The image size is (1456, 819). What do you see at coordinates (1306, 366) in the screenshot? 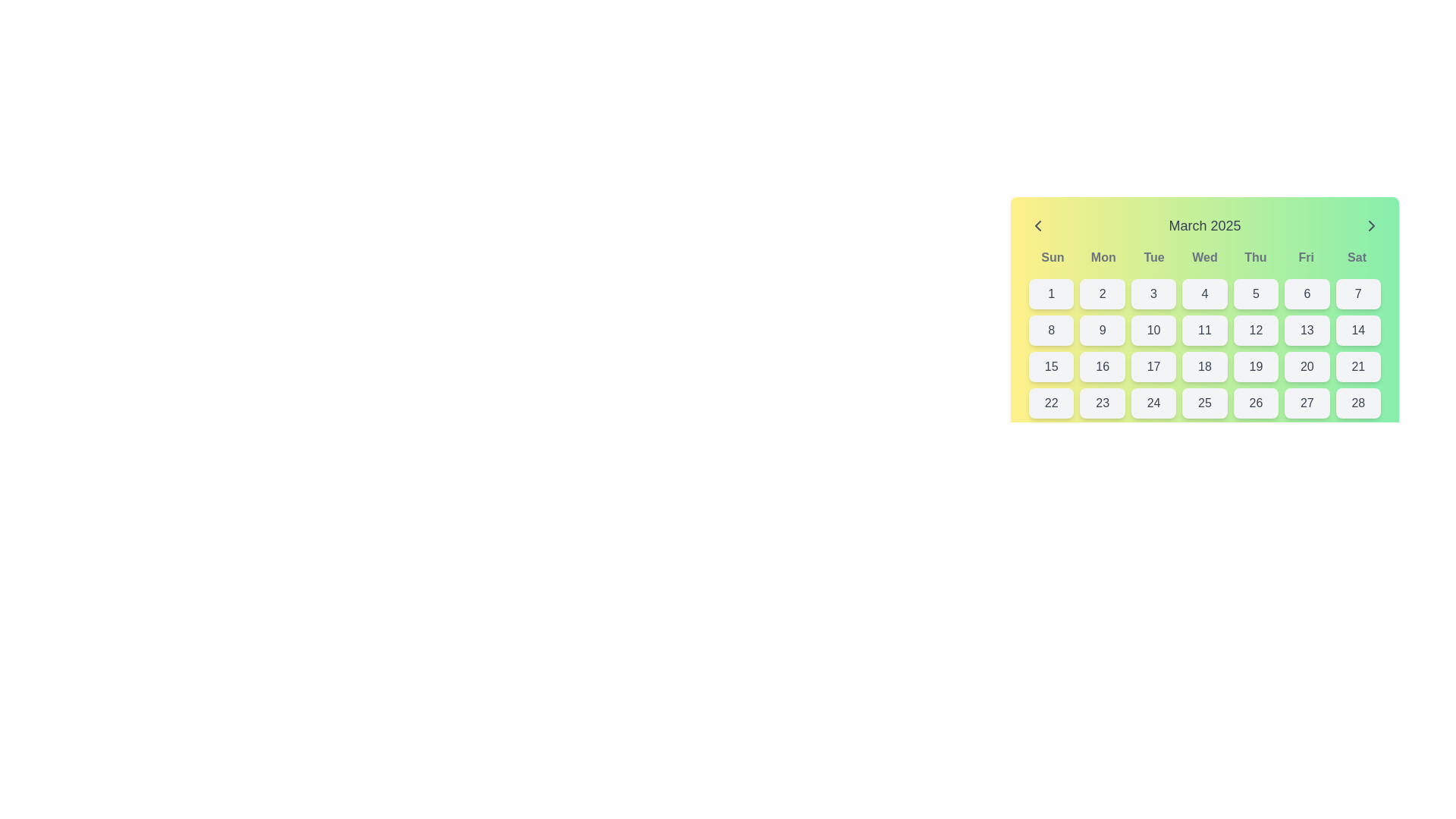
I see `the button representing the date of the 20th on the calendar interface` at bounding box center [1306, 366].